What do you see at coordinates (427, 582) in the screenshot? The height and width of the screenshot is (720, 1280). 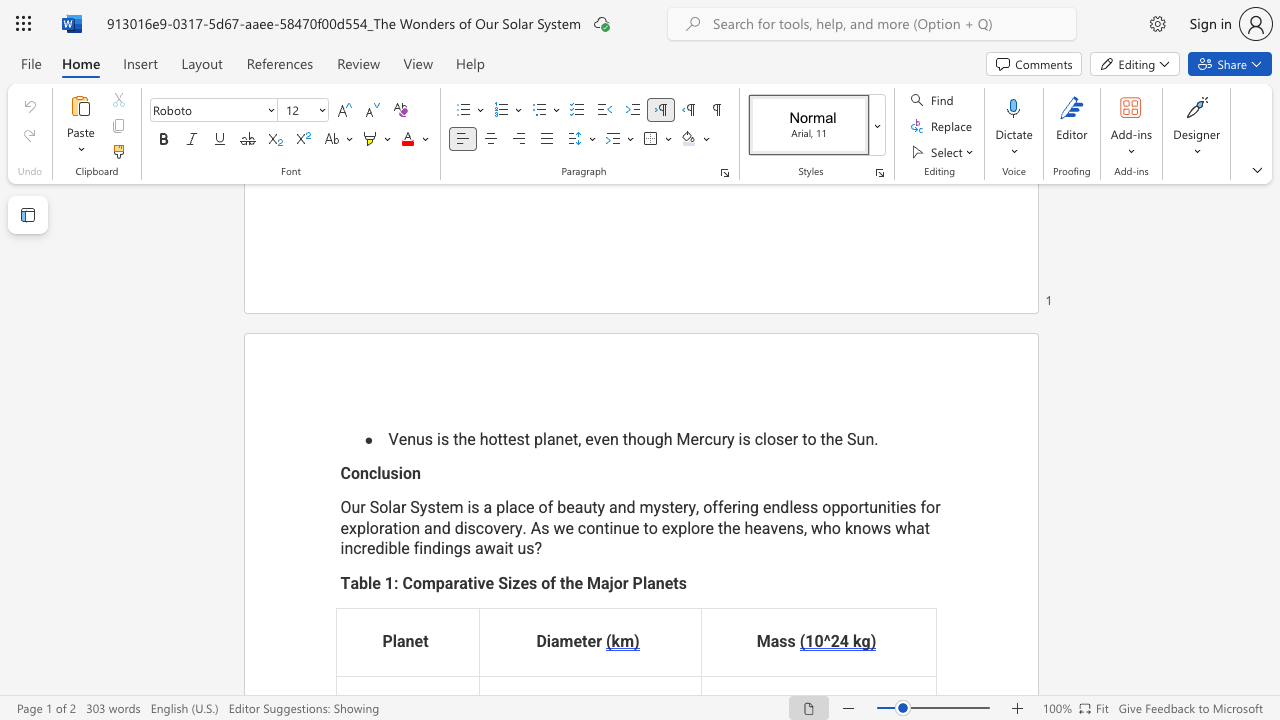 I see `the 1th character "m" in the text` at bounding box center [427, 582].